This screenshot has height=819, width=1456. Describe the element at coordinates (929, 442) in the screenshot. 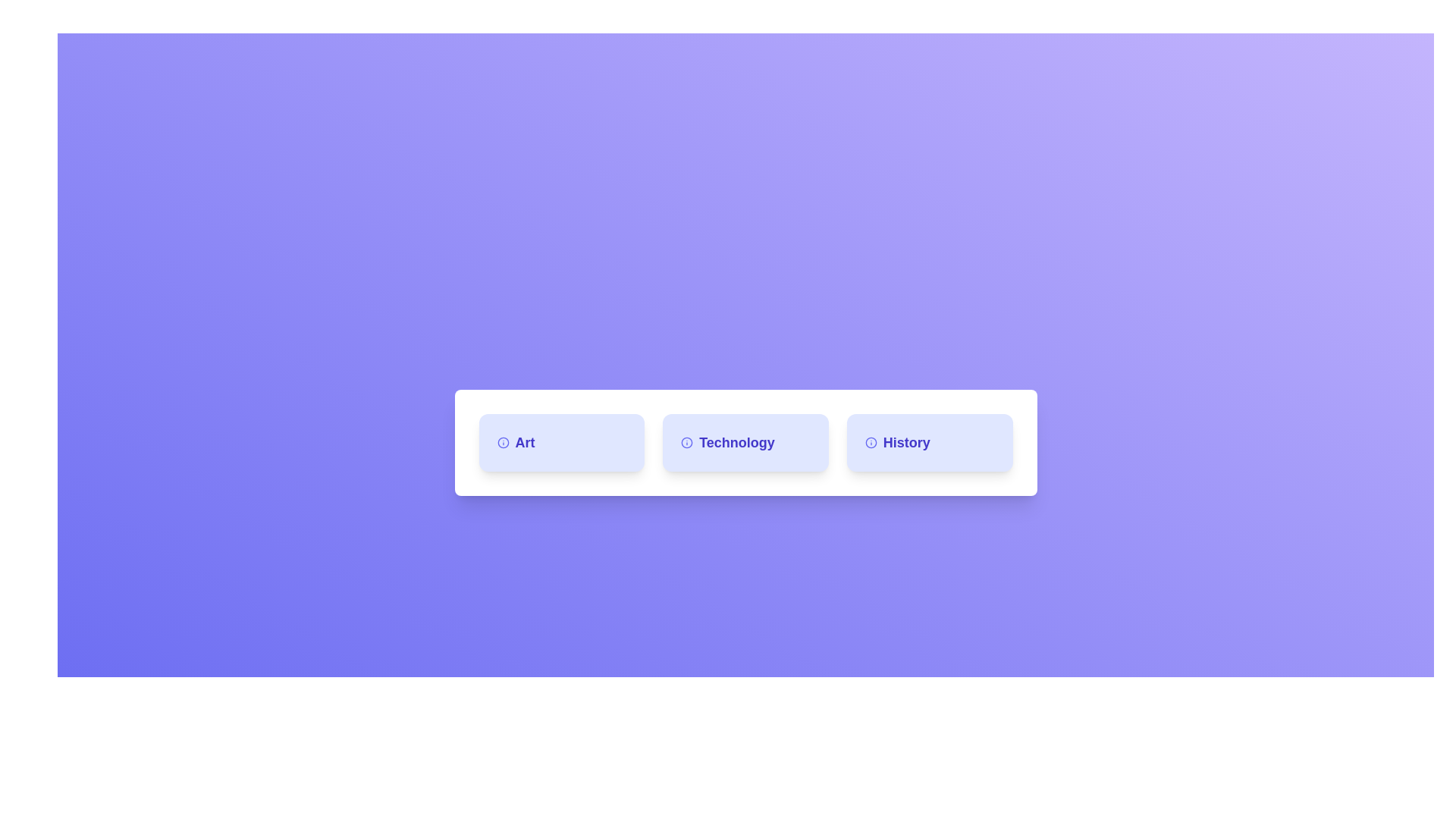

I see `the 'History' button, which is the third option in a horizontal group of three buttons ('Art', 'Technology', 'History')` at that location.